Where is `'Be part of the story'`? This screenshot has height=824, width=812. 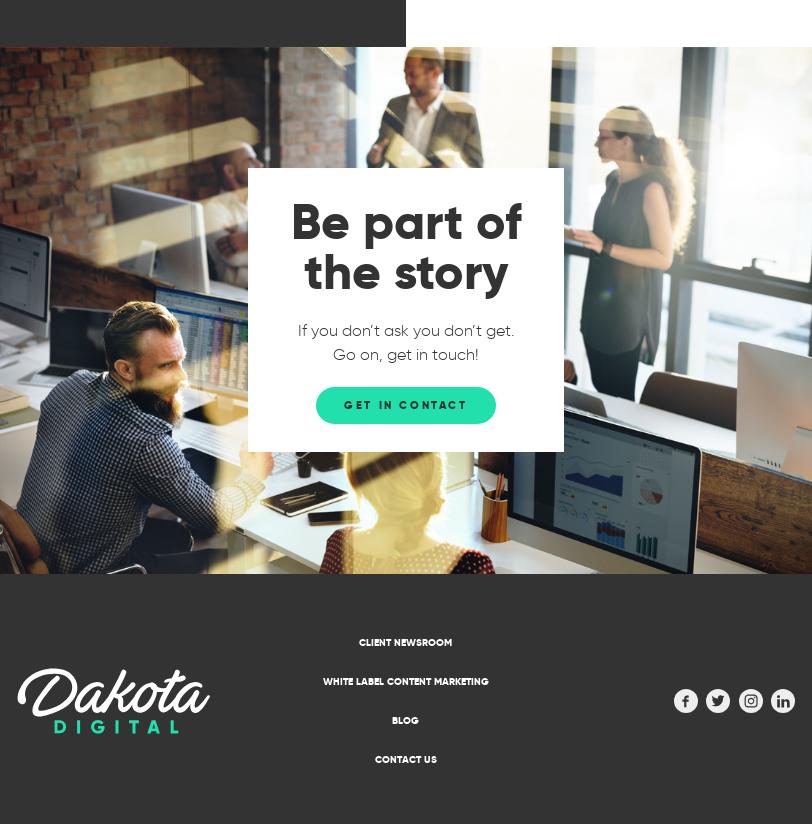
'Be part of the story' is located at coordinates (406, 246).